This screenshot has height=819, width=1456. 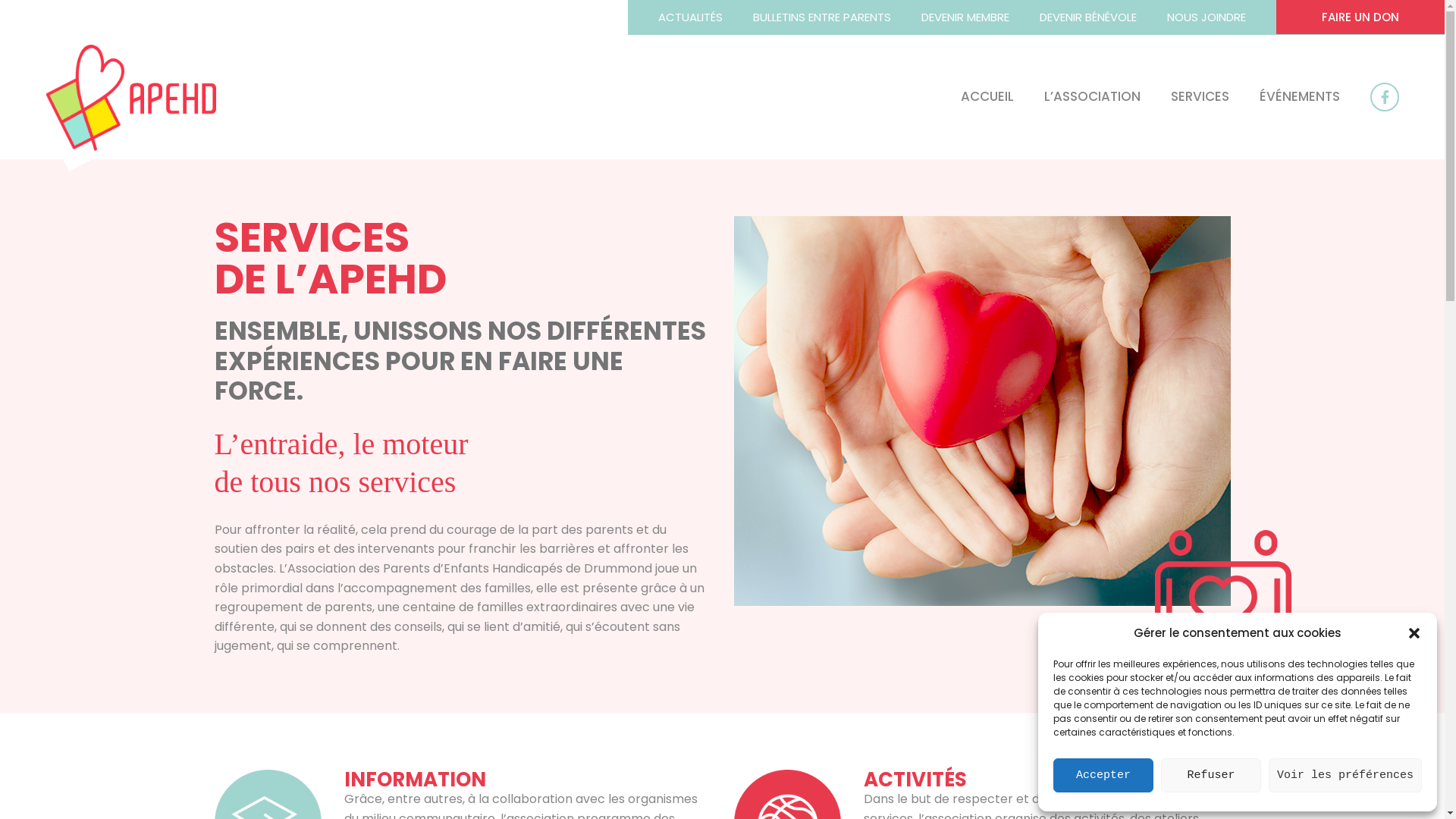 I want to click on 'FAIRE UN DON', so click(x=1360, y=17).